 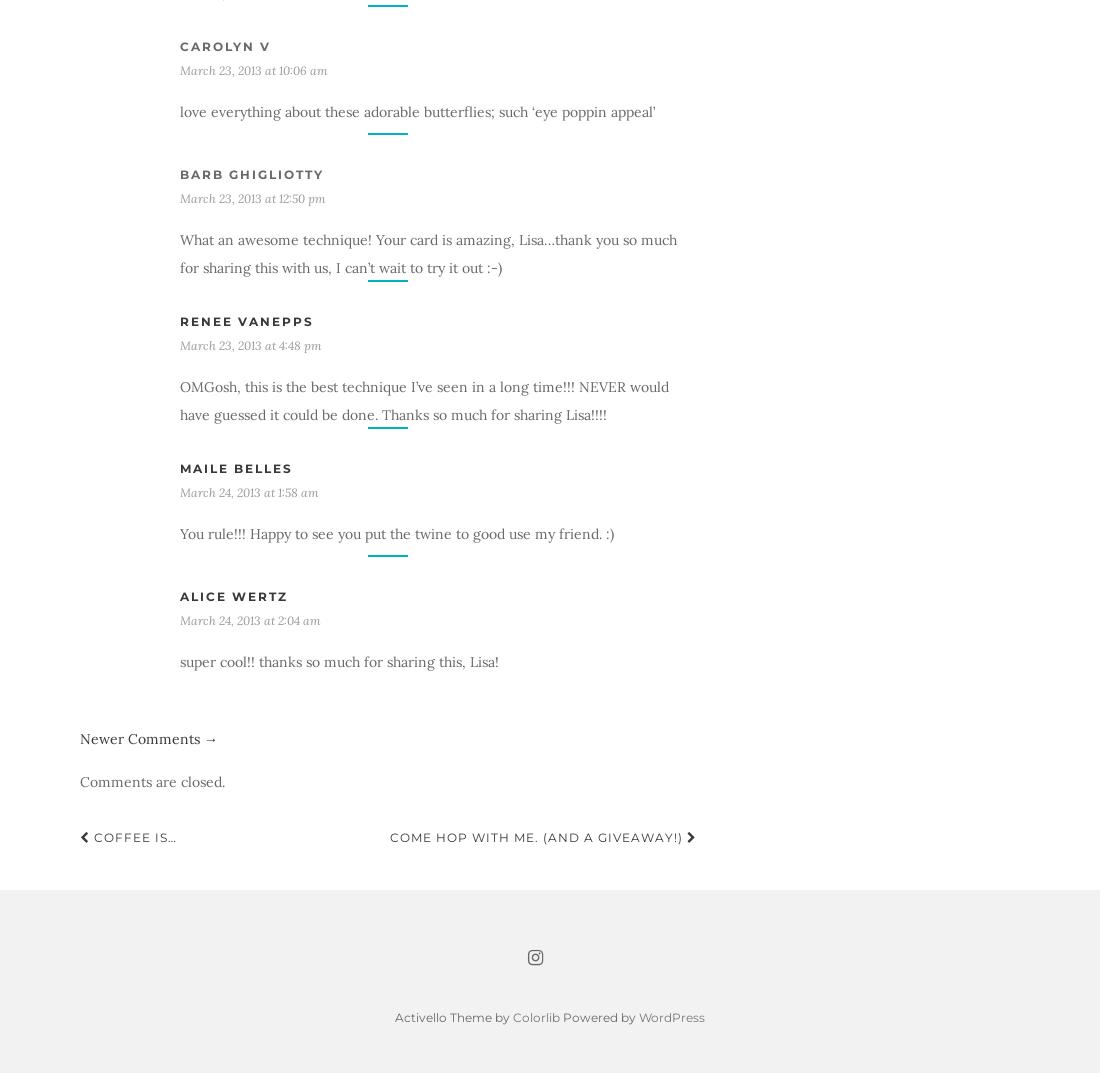 I want to click on 'Barb Ghigliotty', so click(x=252, y=172).